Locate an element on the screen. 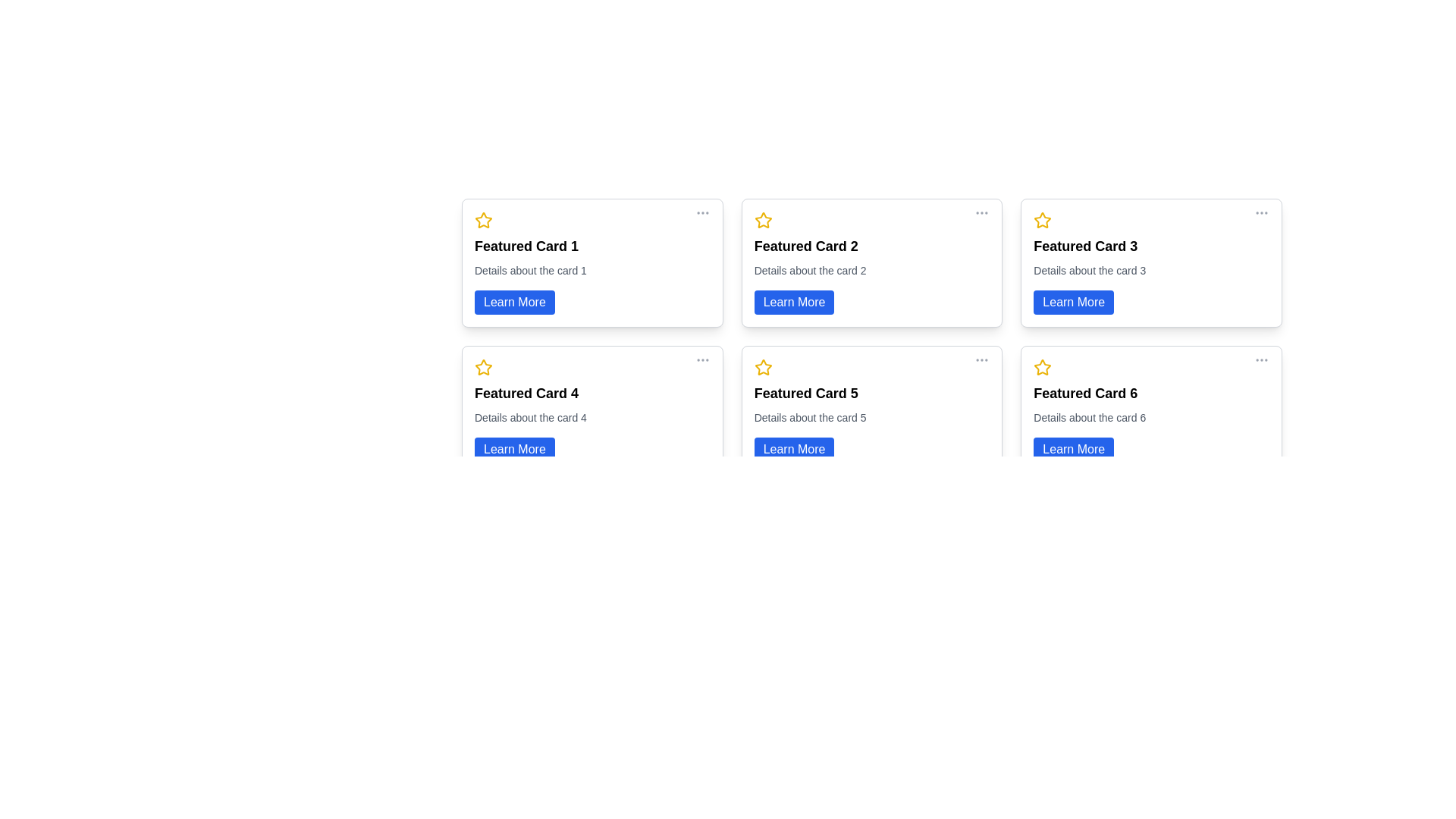 The width and height of the screenshot is (1456, 819). the 'Learn More' button at the bottom of 'Featured Card 1' to change its background color is located at coordinates (514, 302).